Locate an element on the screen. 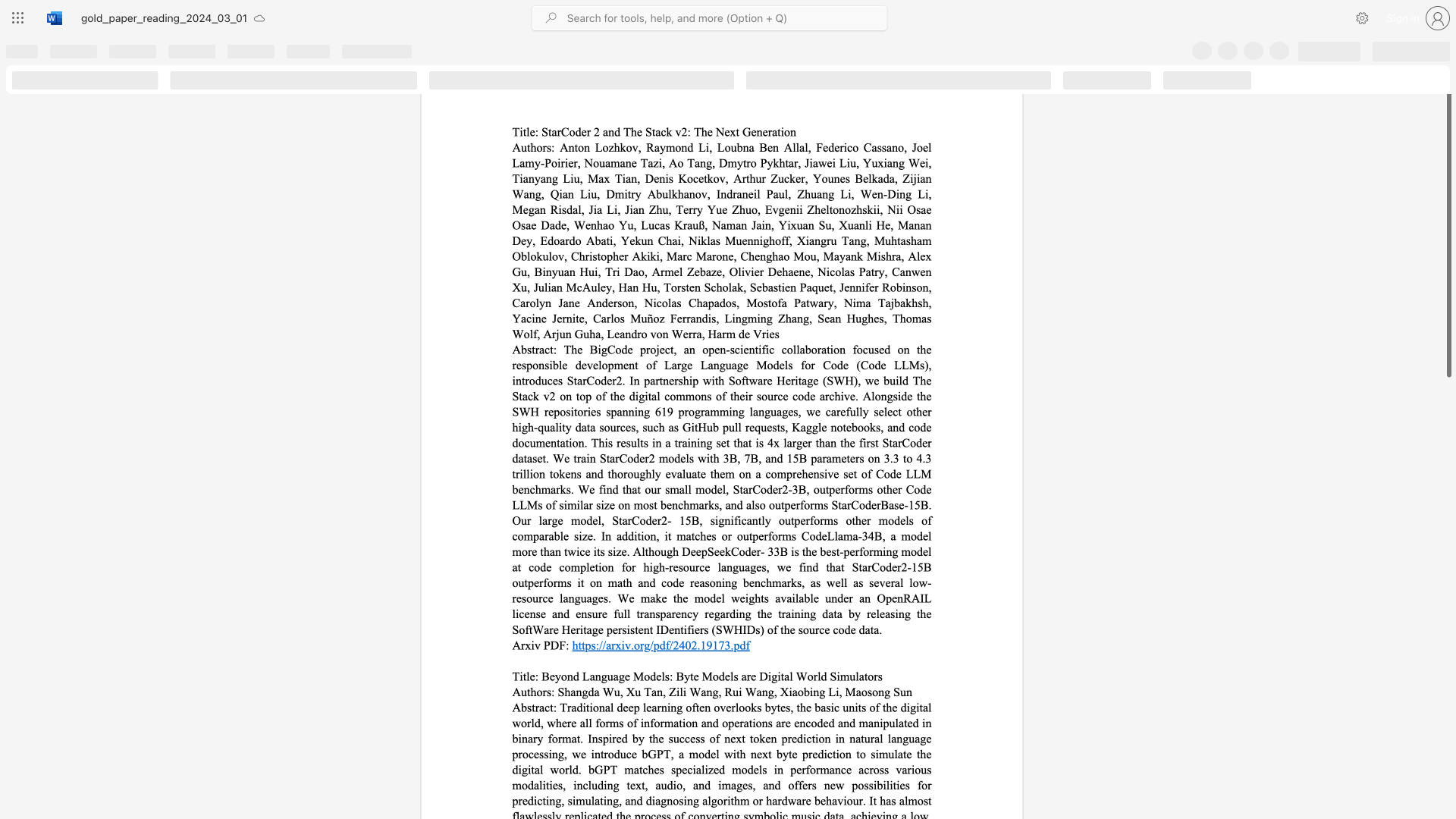  the scrollbar on the right side to scroll the page down is located at coordinates (1448, 447).